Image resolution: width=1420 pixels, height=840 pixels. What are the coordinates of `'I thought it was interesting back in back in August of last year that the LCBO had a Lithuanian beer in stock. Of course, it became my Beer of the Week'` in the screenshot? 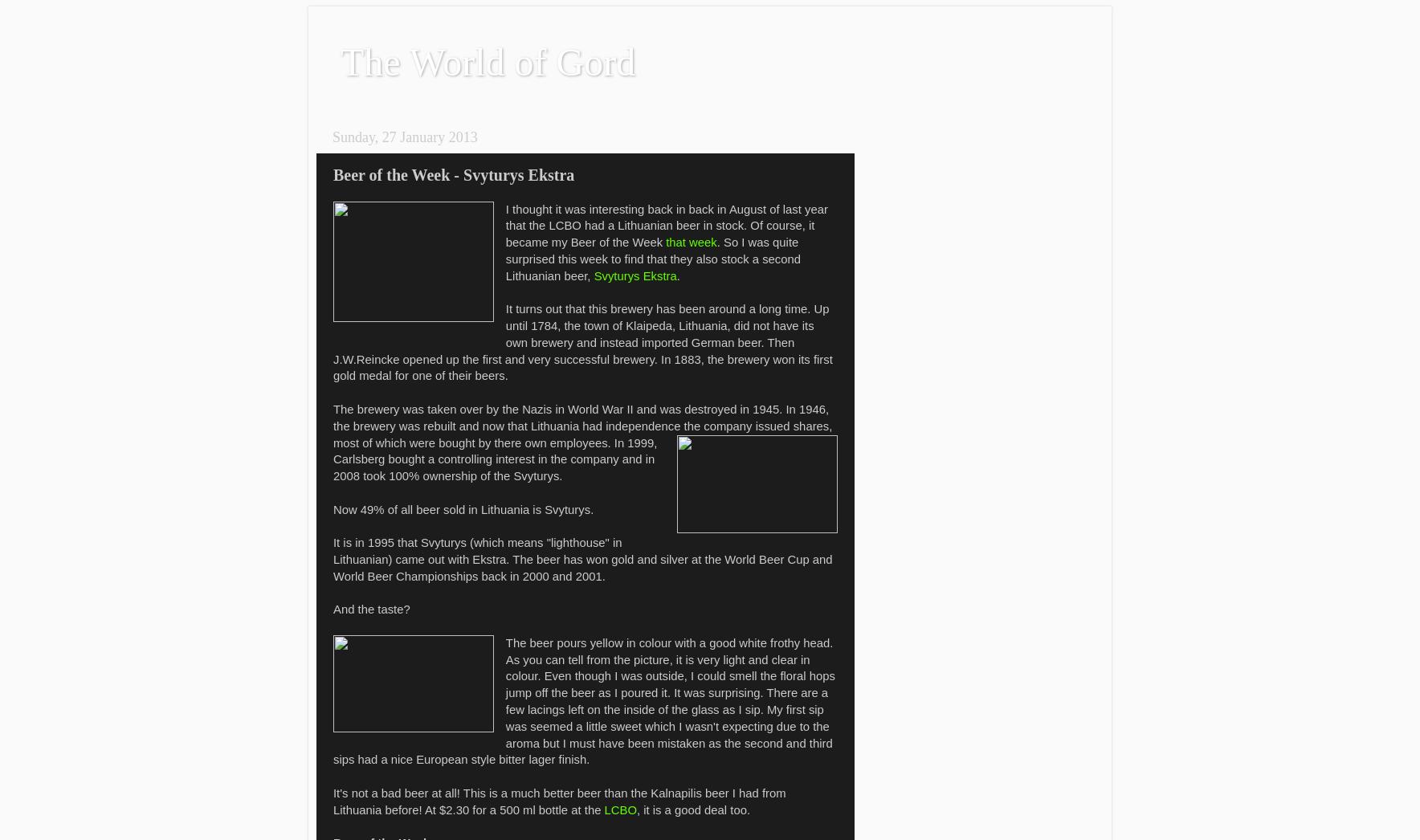 It's located at (504, 225).